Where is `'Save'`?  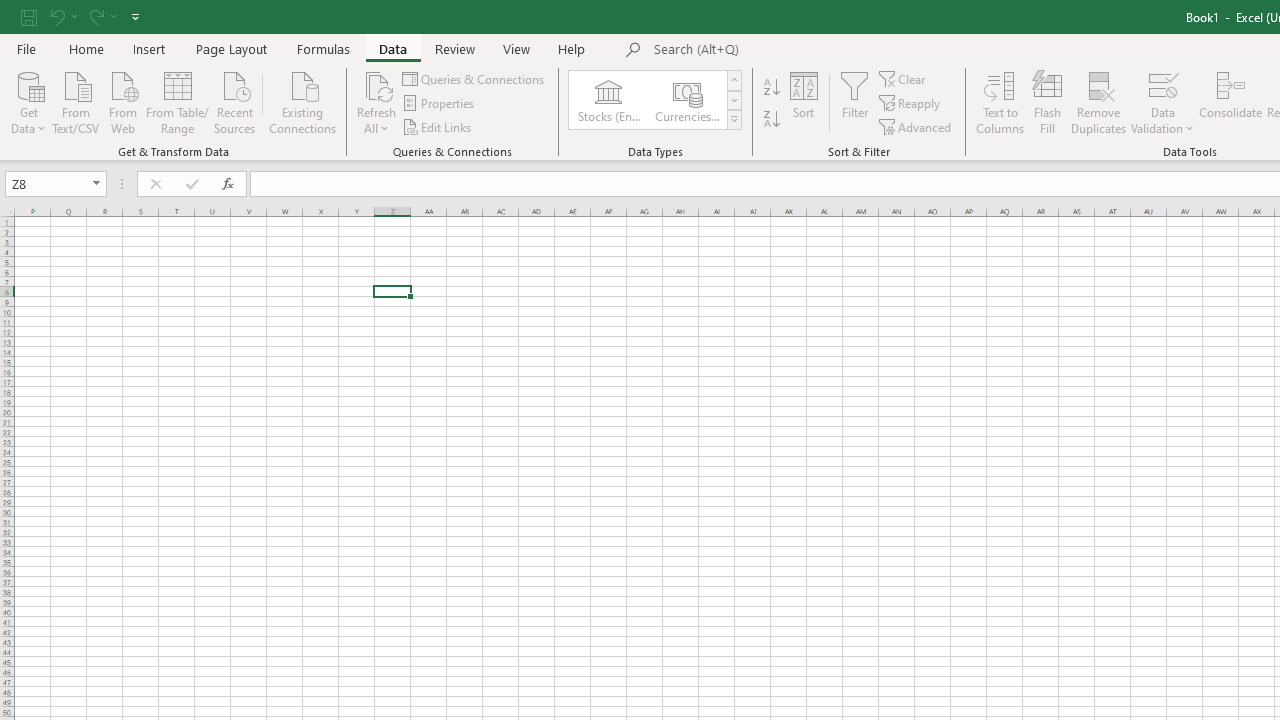 'Save' is located at coordinates (29, 16).